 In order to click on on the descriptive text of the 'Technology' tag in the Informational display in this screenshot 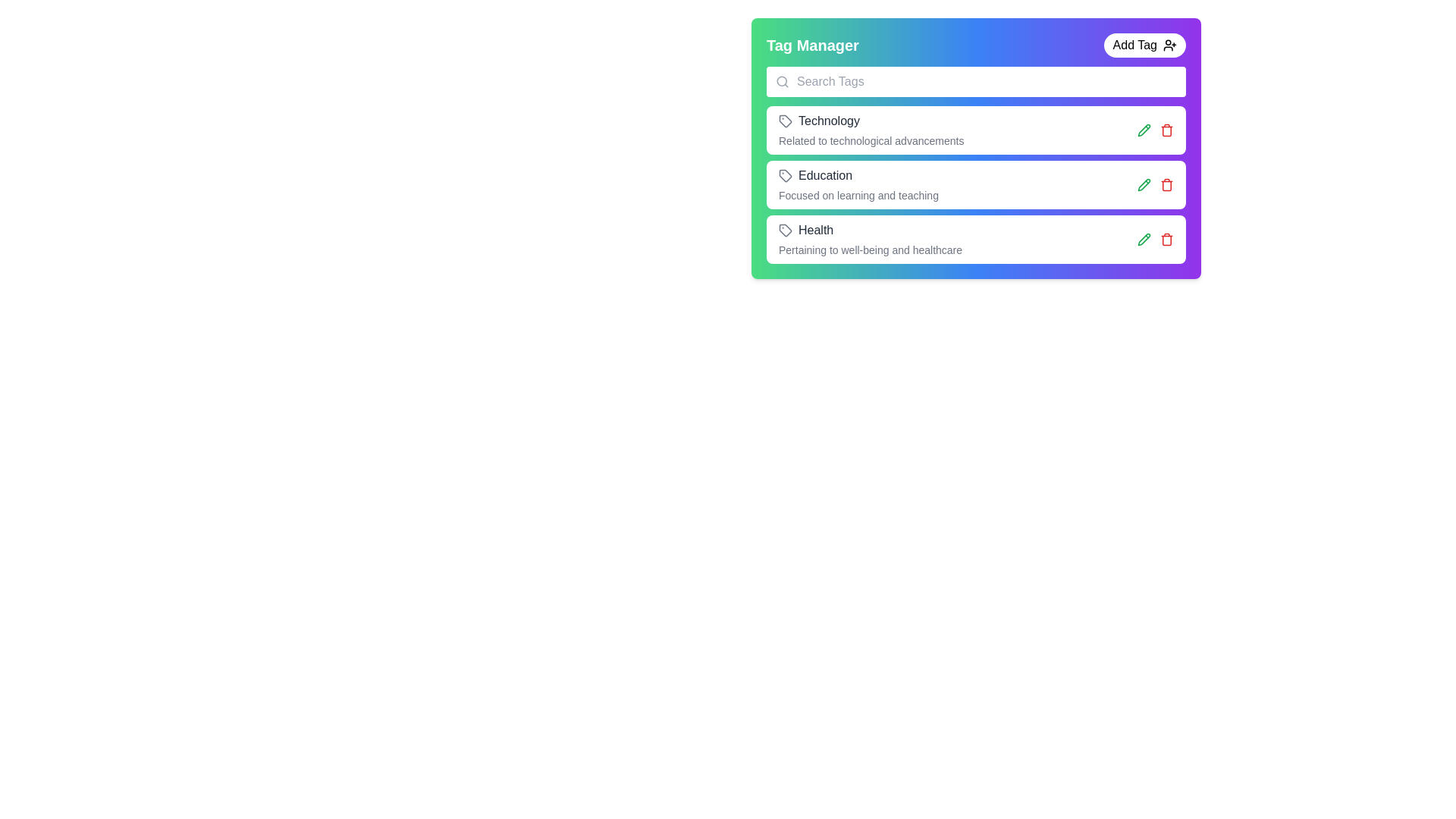, I will do `click(871, 130)`.